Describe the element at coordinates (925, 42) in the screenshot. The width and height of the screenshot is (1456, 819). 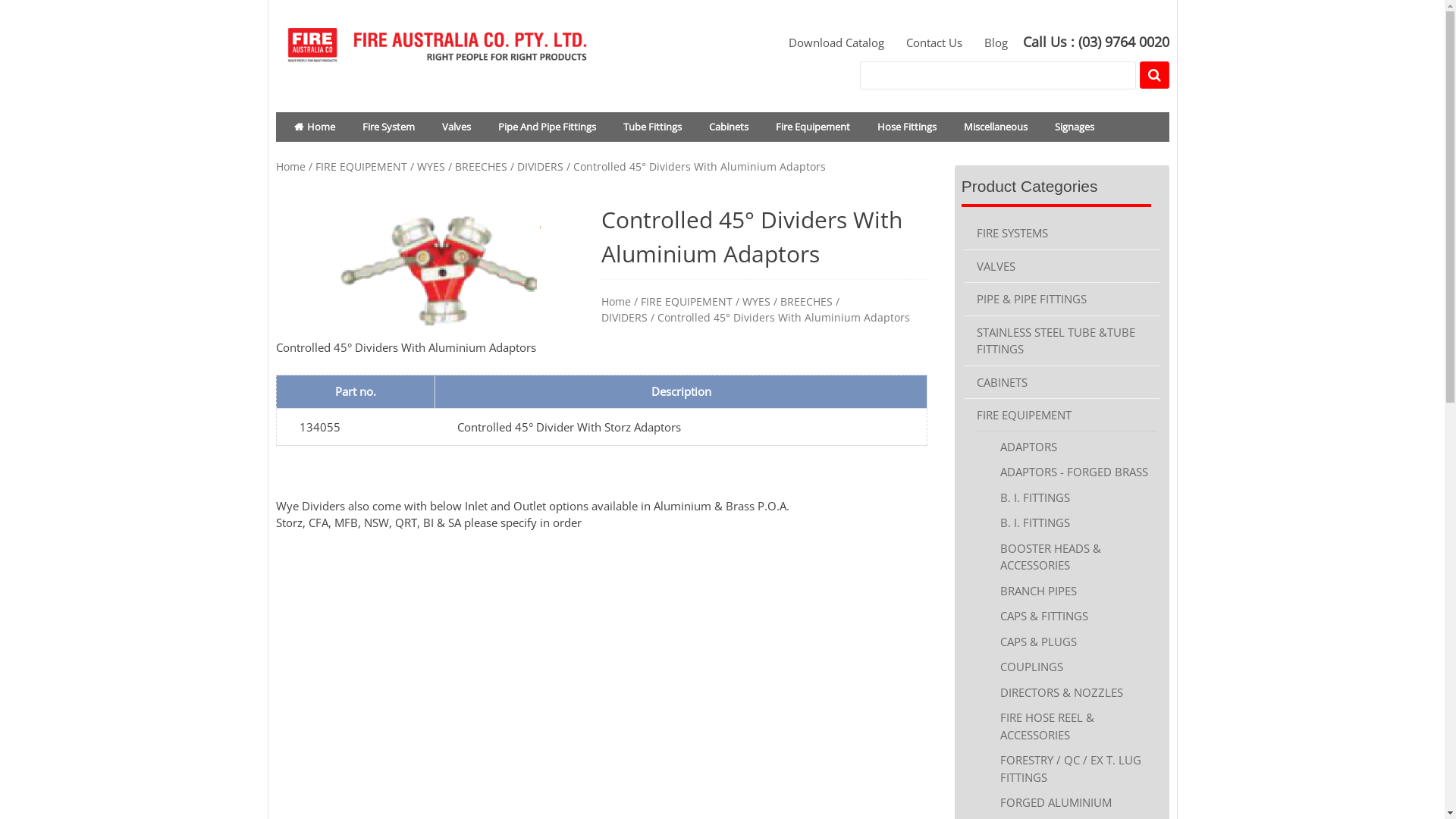
I see `'Contact Us'` at that location.